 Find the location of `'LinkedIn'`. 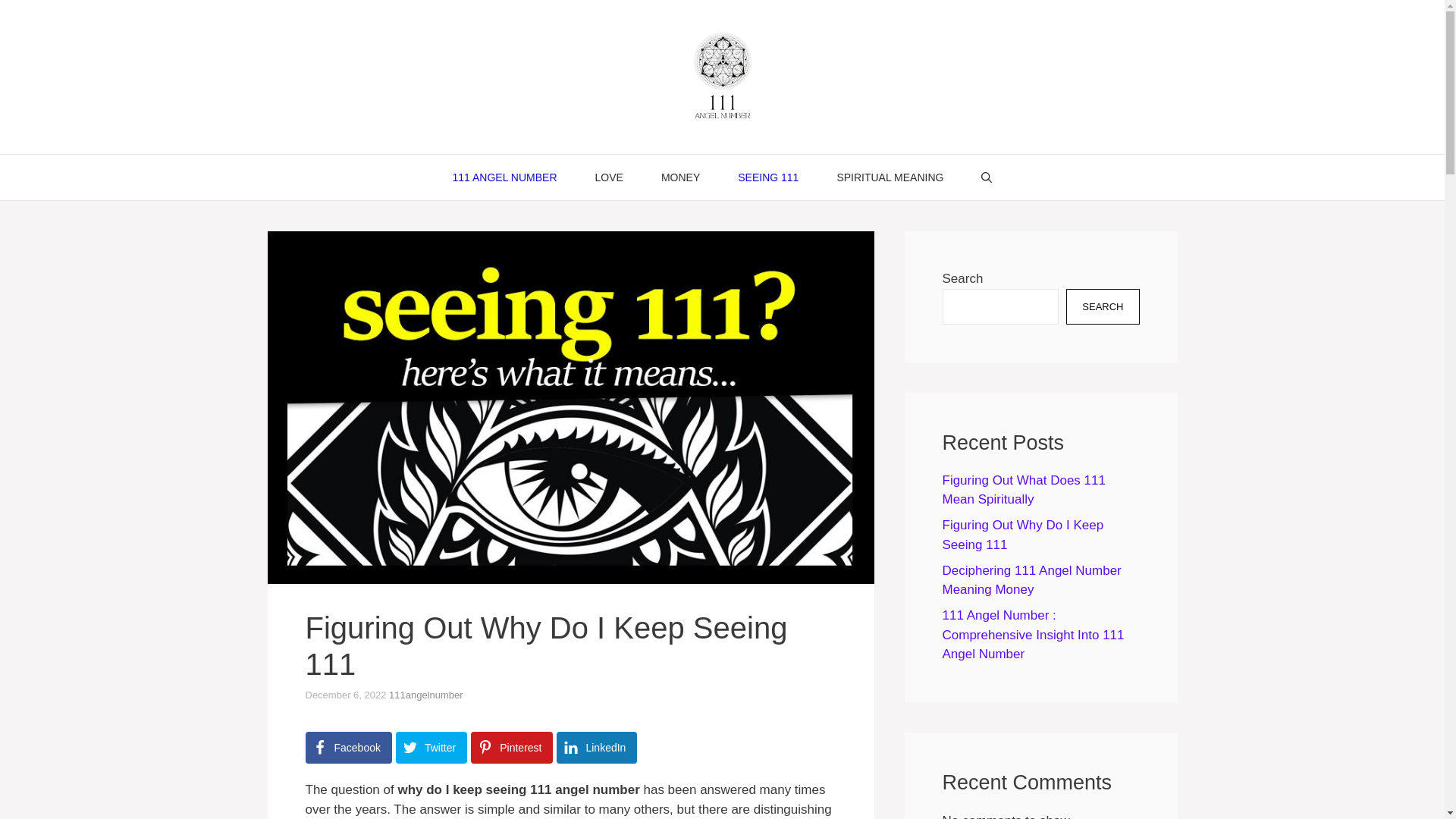

'LinkedIn' is located at coordinates (596, 747).